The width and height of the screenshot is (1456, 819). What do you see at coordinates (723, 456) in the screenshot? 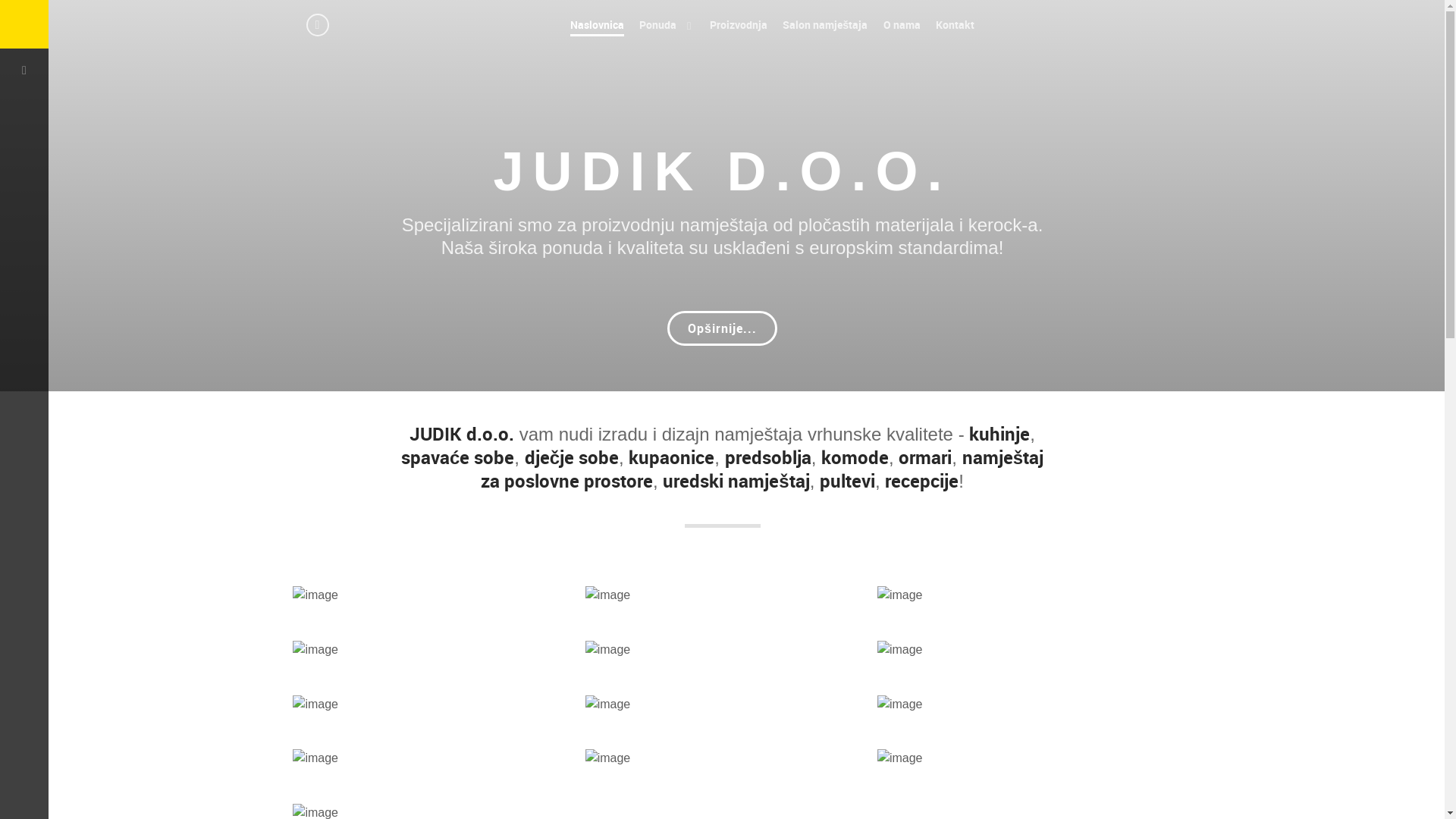
I see `'predsoblja'` at bounding box center [723, 456].